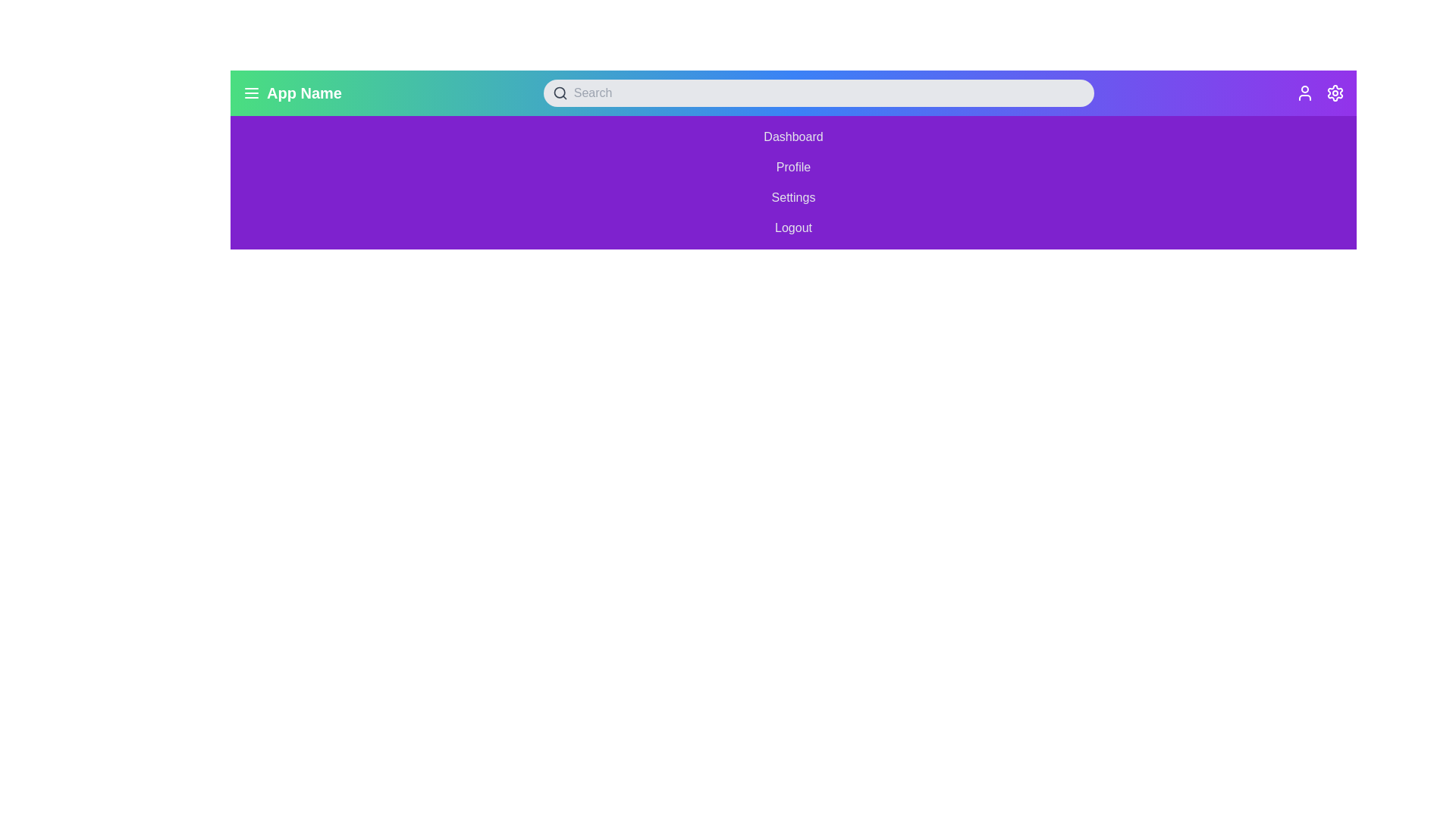 The width and height of the screenshot is (1456, 819). Describe the element at coordinates (792, 197) in the screenshot. I see `the 'Settings' button, which is the third button in a vertical list within a purple background menu` at that location.